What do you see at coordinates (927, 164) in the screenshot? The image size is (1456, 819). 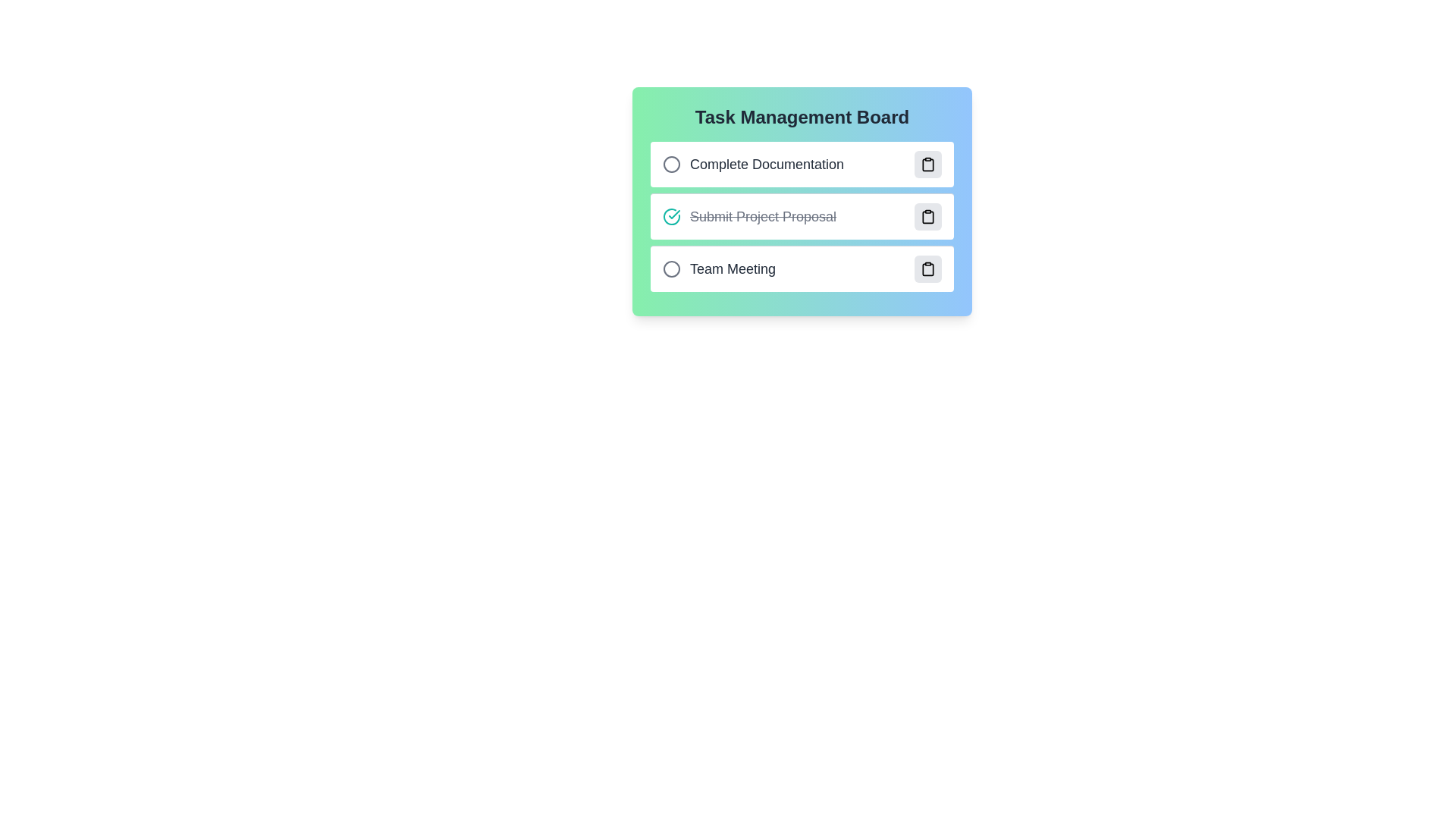 I see `action button associated with the task titled 'Complete Documentation' to toggle its completion status` at bounding box center [927, 164].